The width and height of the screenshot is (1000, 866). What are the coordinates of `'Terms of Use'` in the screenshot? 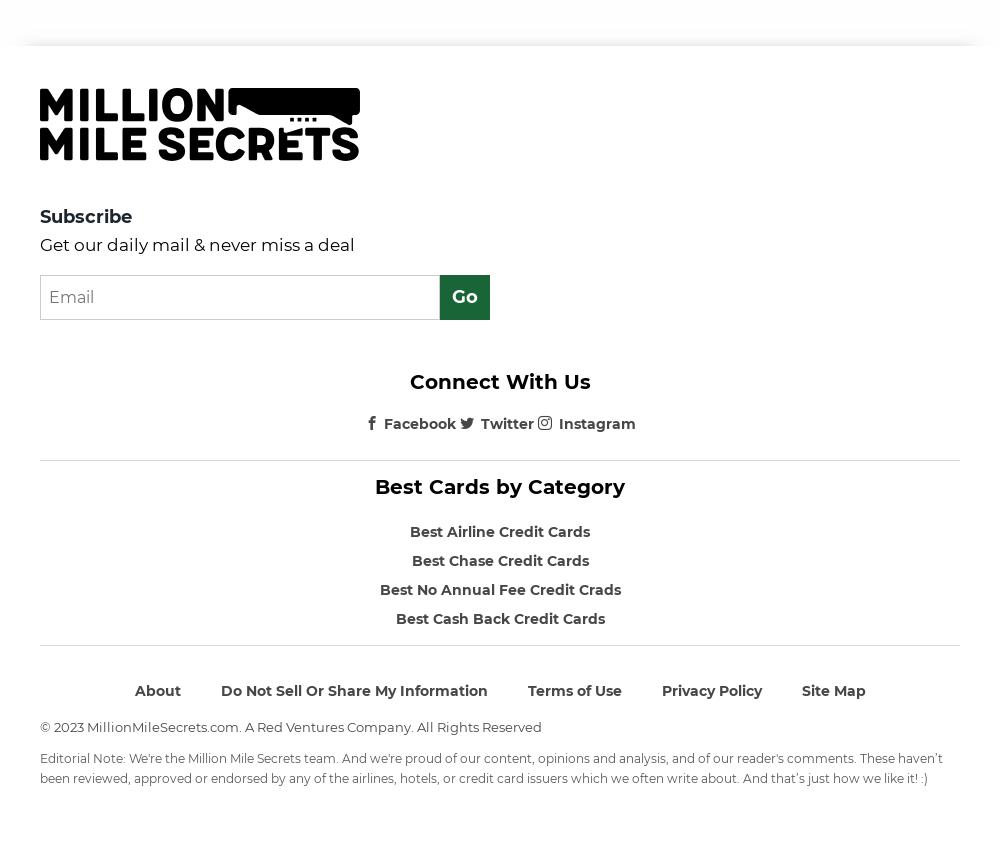 It's located at (573, 689).